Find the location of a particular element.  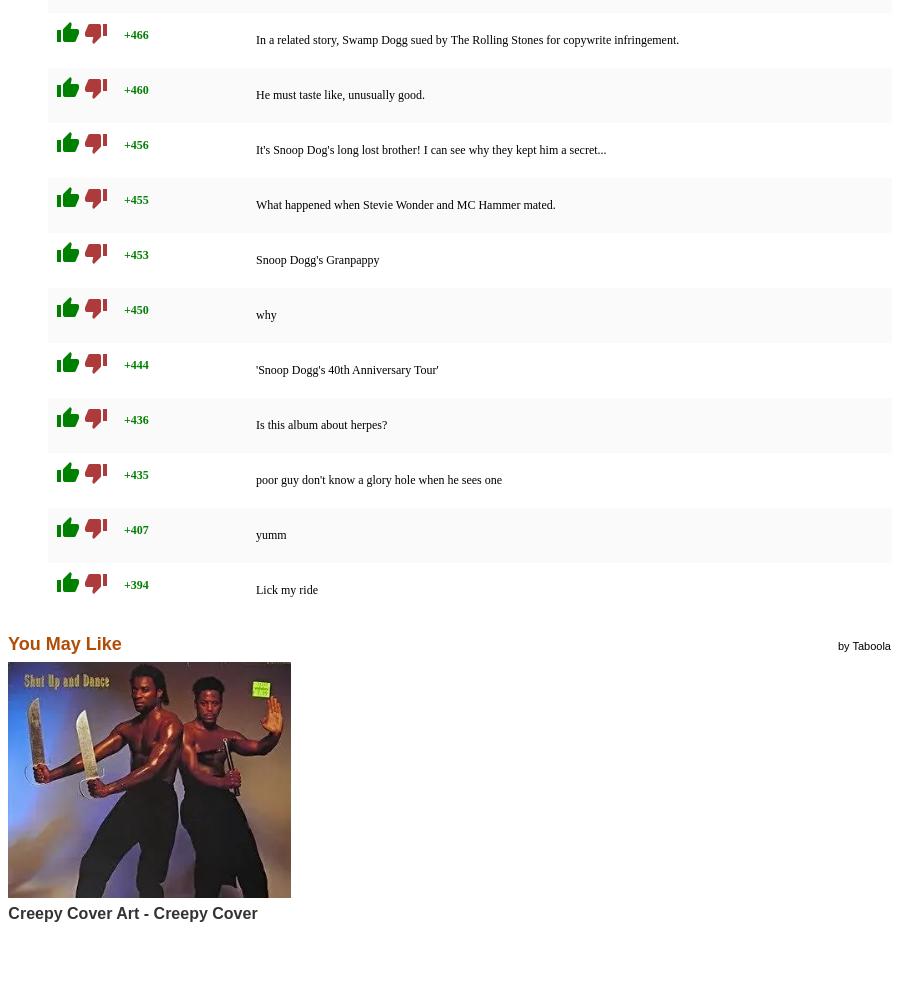

'+453' is located at coordinates (135, 252).